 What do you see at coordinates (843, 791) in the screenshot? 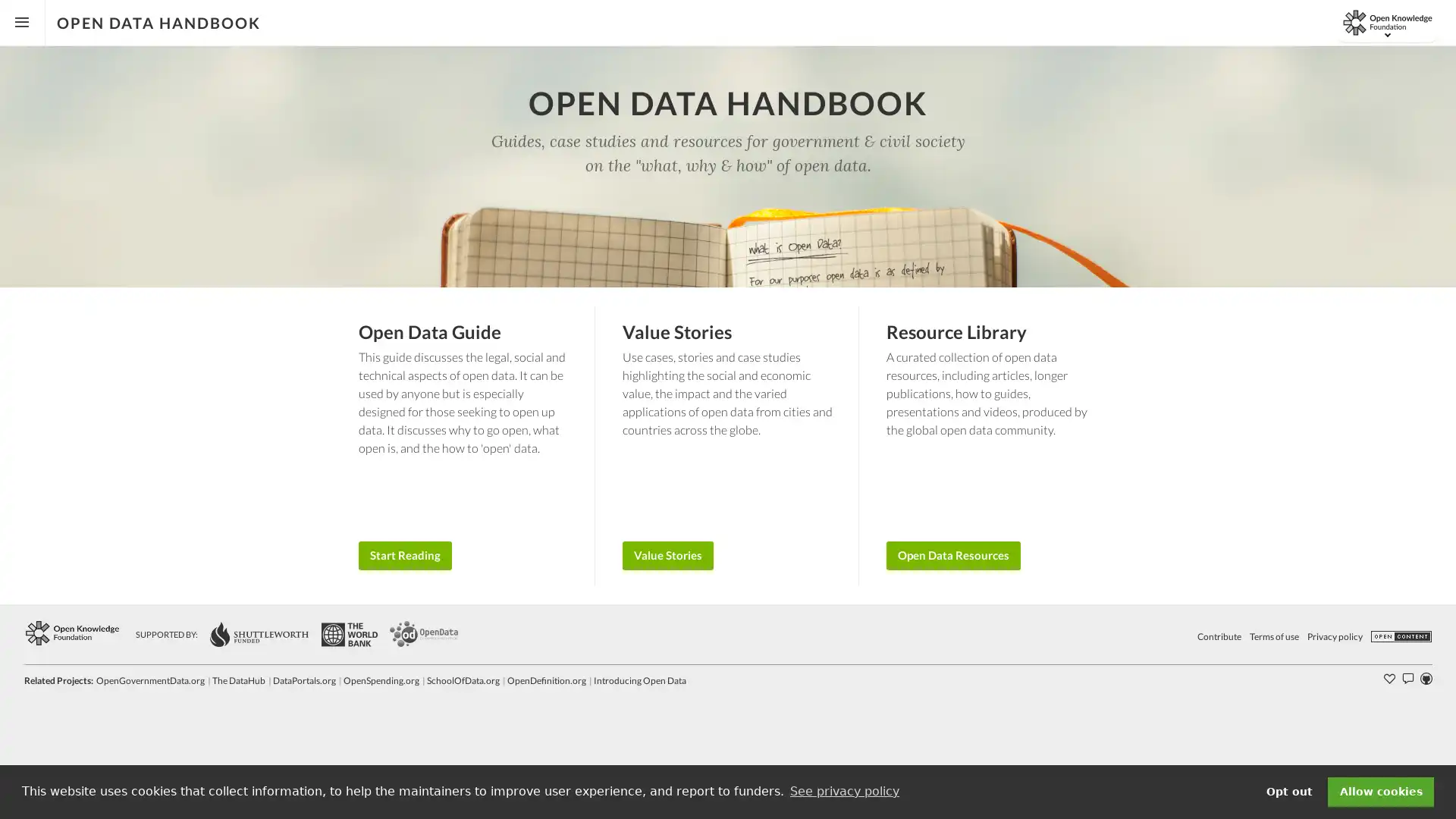
I see `learn more about cookies` at bounding box center [843, 791].